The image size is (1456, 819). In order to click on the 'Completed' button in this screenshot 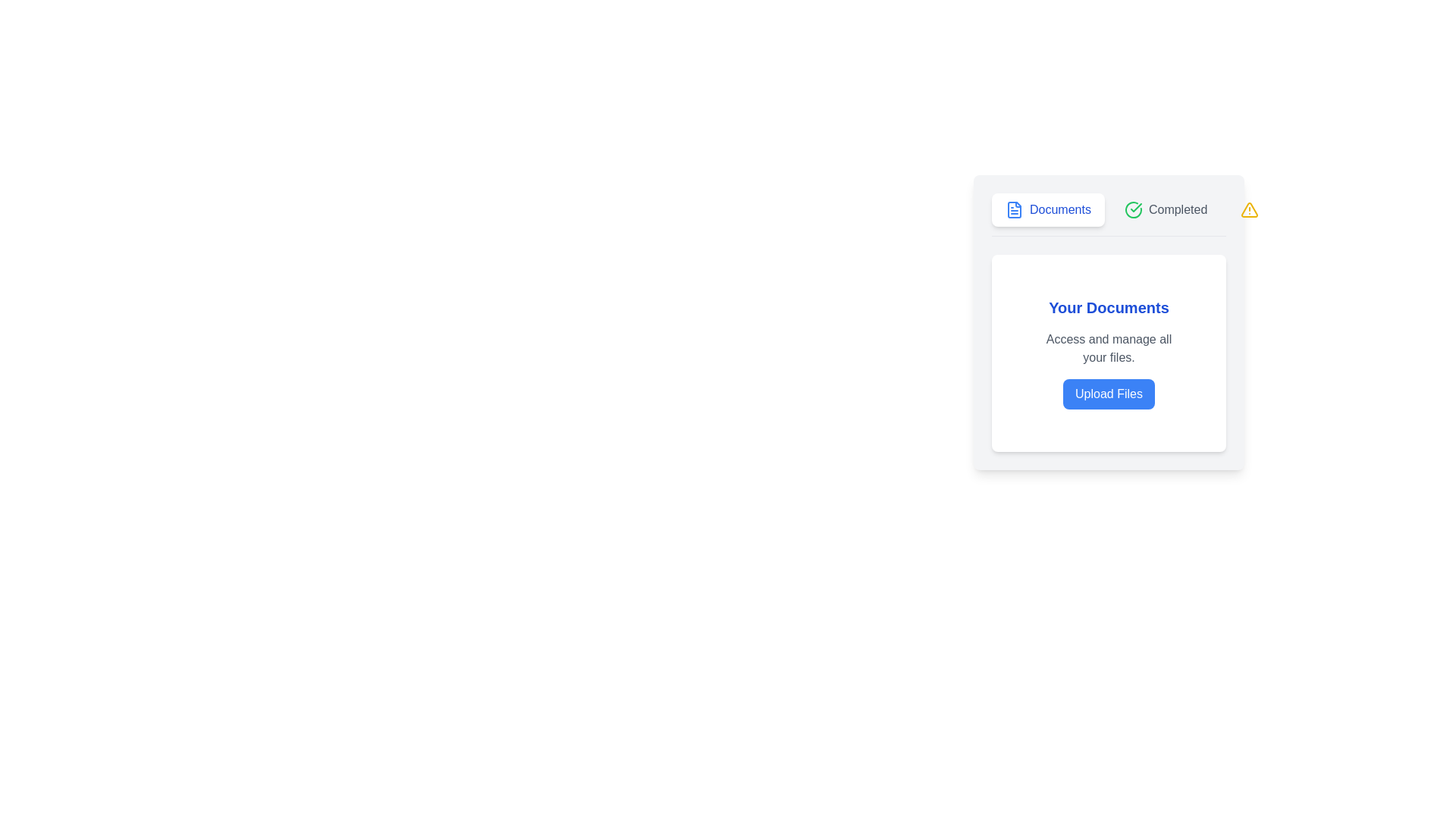, I will do `click(1165, 210)`.